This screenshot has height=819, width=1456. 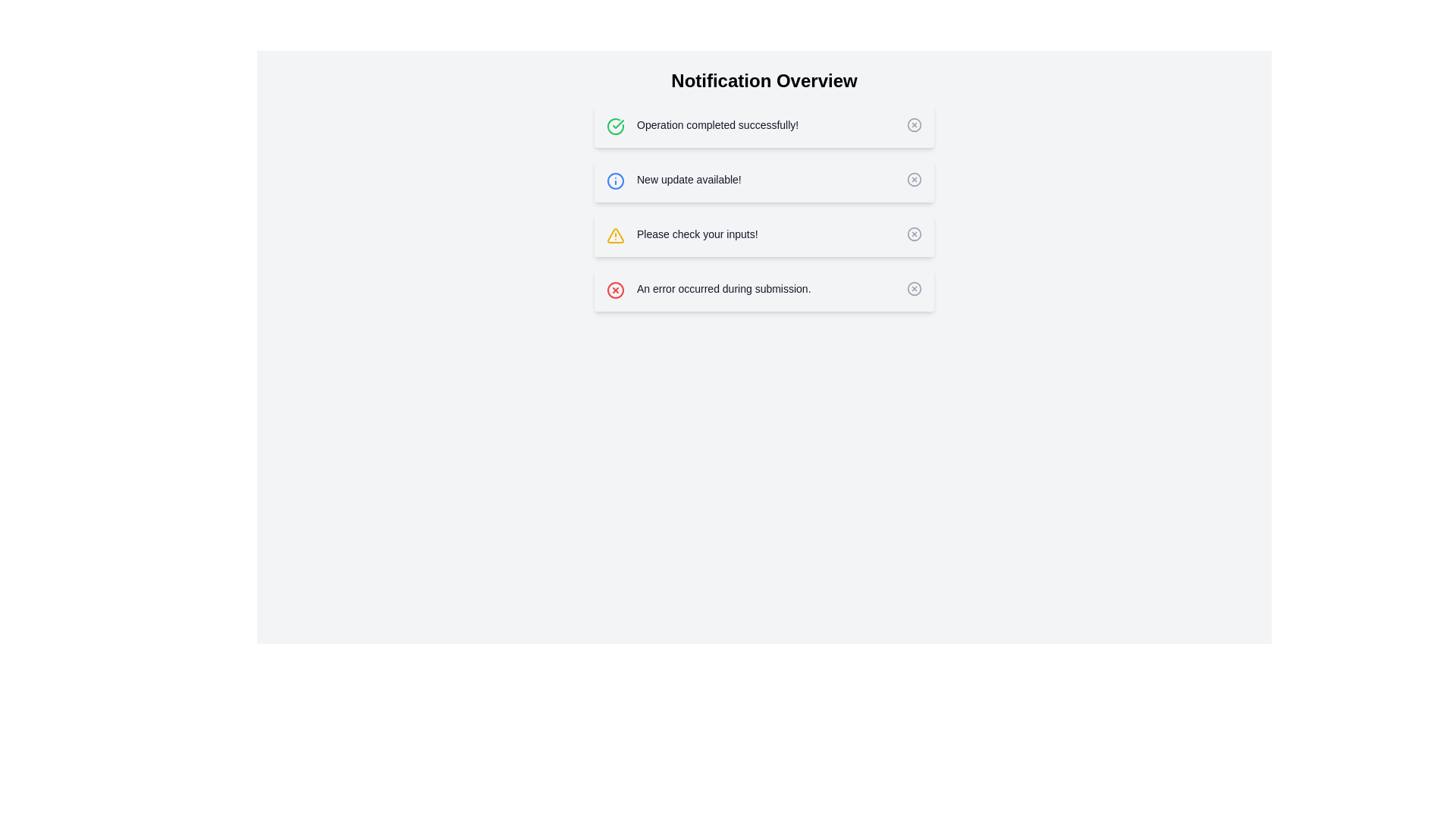 What do you see at coordinates (615, 290) in the screenshot?
I see `the red circular icon with an 'X' inside it, which indicates an error, located in the top-left corner of the notification card stating 'An error occurred during submission.'` at bounding box center [615, 290].